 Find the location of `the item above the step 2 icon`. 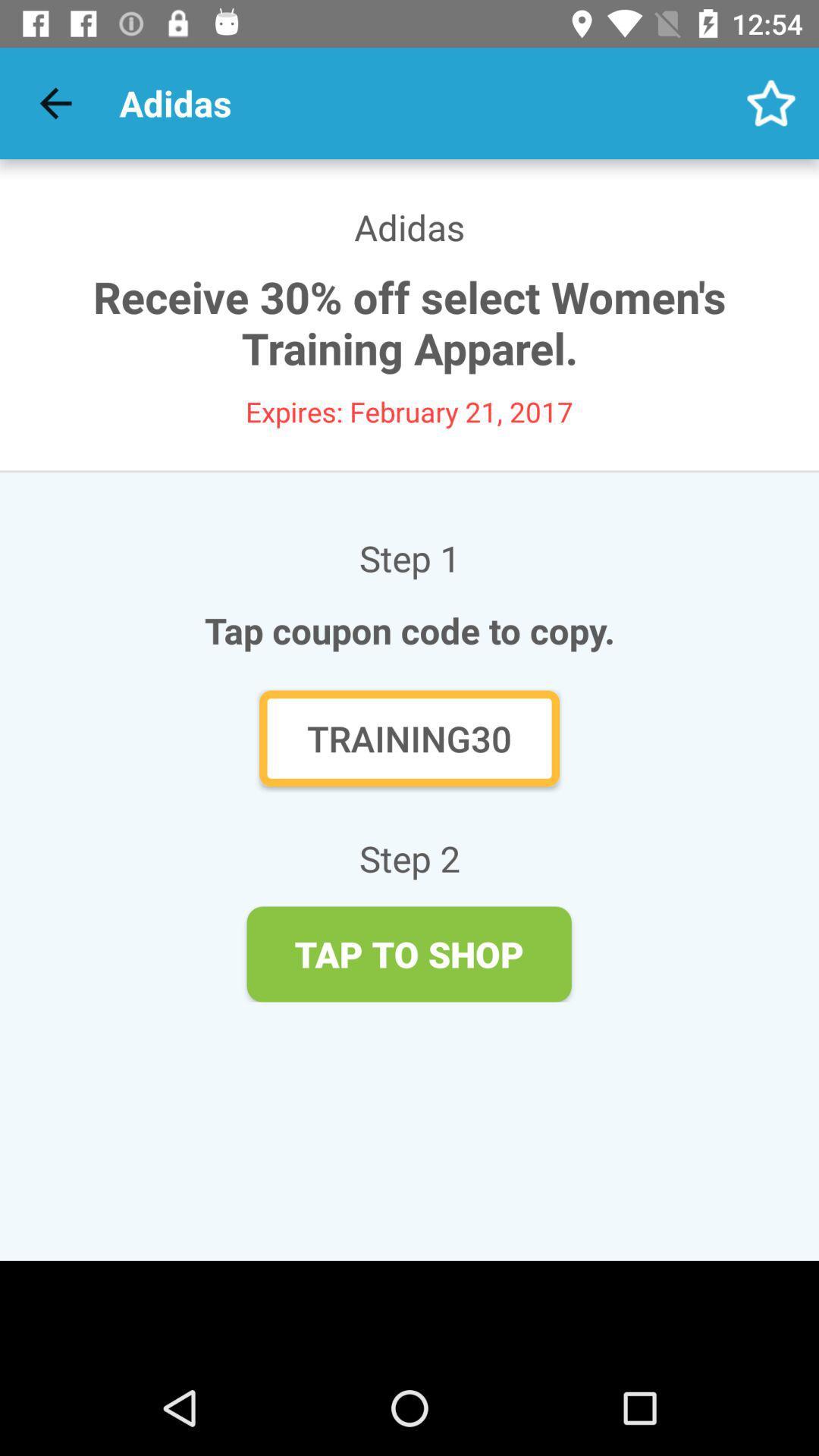

the item above the step 2 icon is located at coordinates (409, 738).